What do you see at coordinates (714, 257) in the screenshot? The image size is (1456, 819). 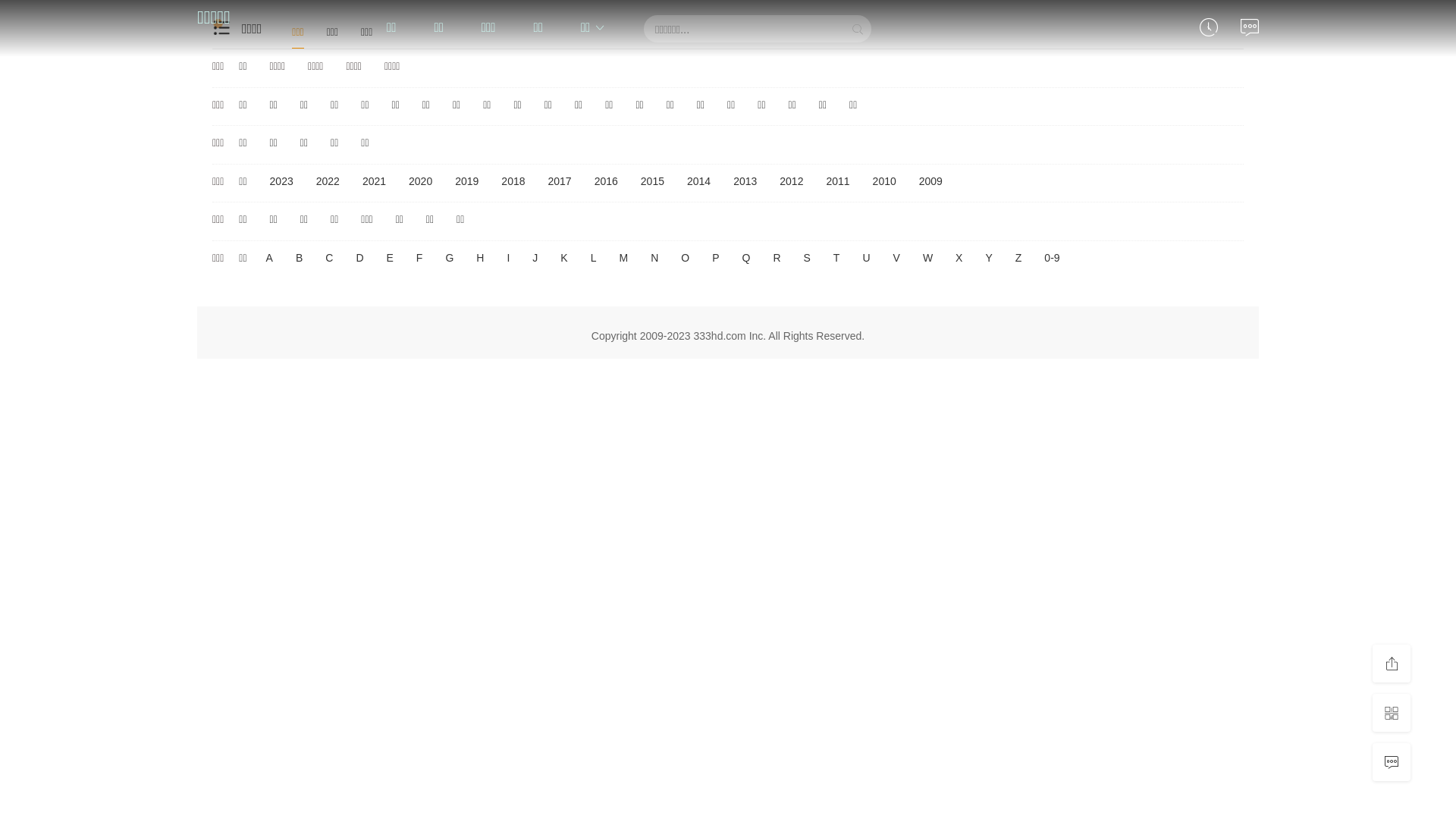 I see `'P'` at bounding box center [714, 257].